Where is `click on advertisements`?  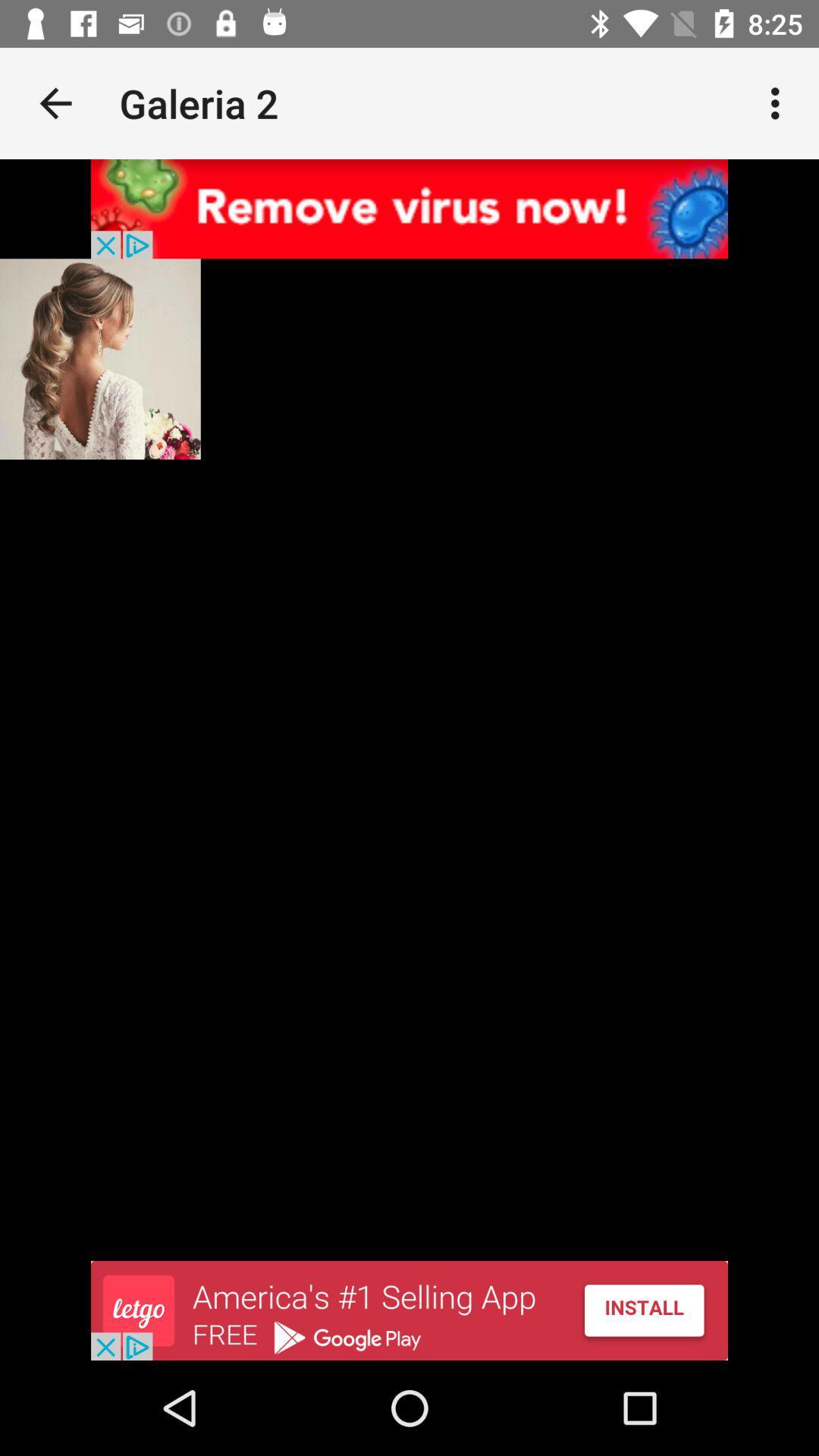 click on advertisements is located at coordinates (409, 1310).